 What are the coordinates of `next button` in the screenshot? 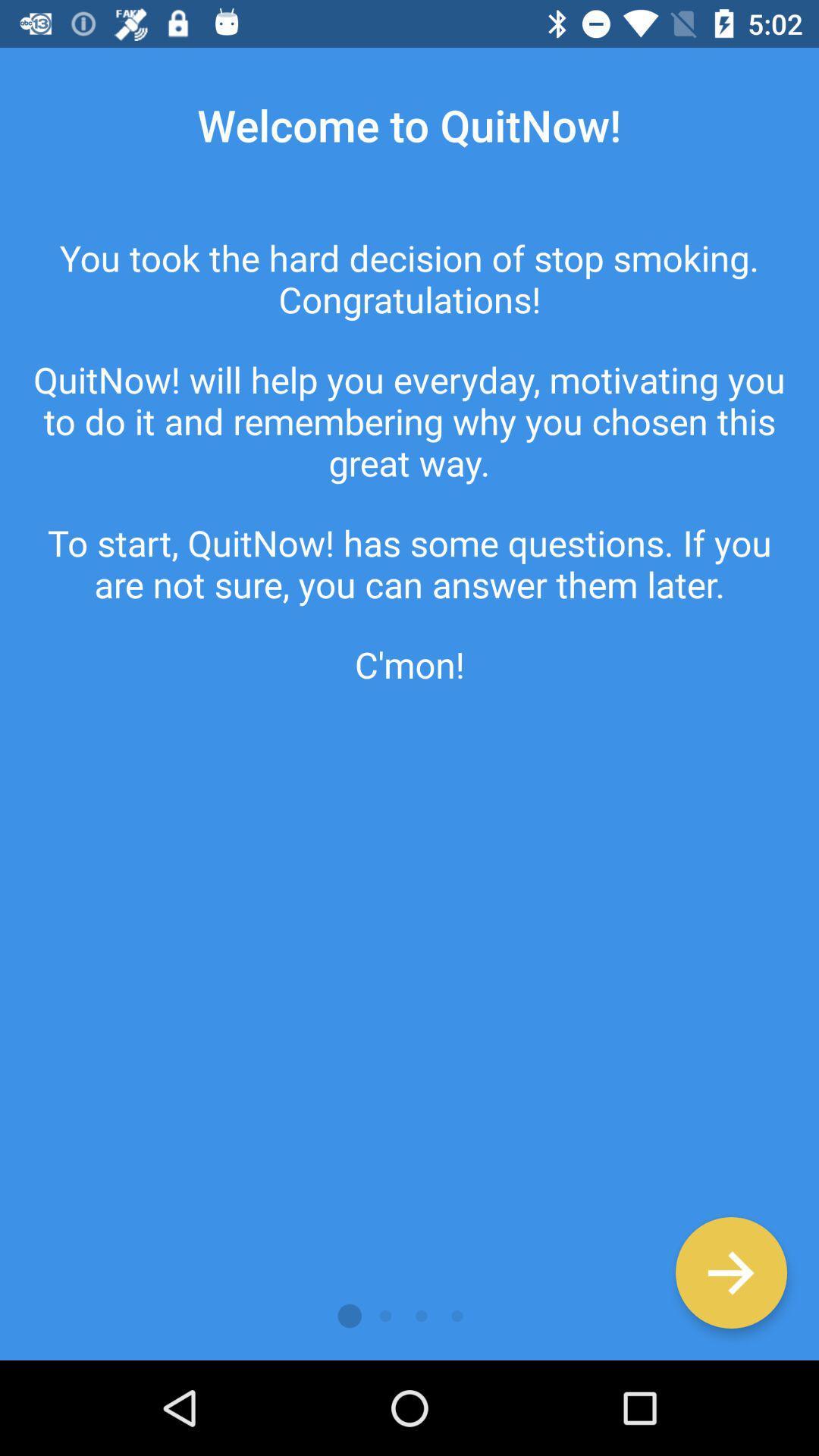 It's located at (730, 1272).